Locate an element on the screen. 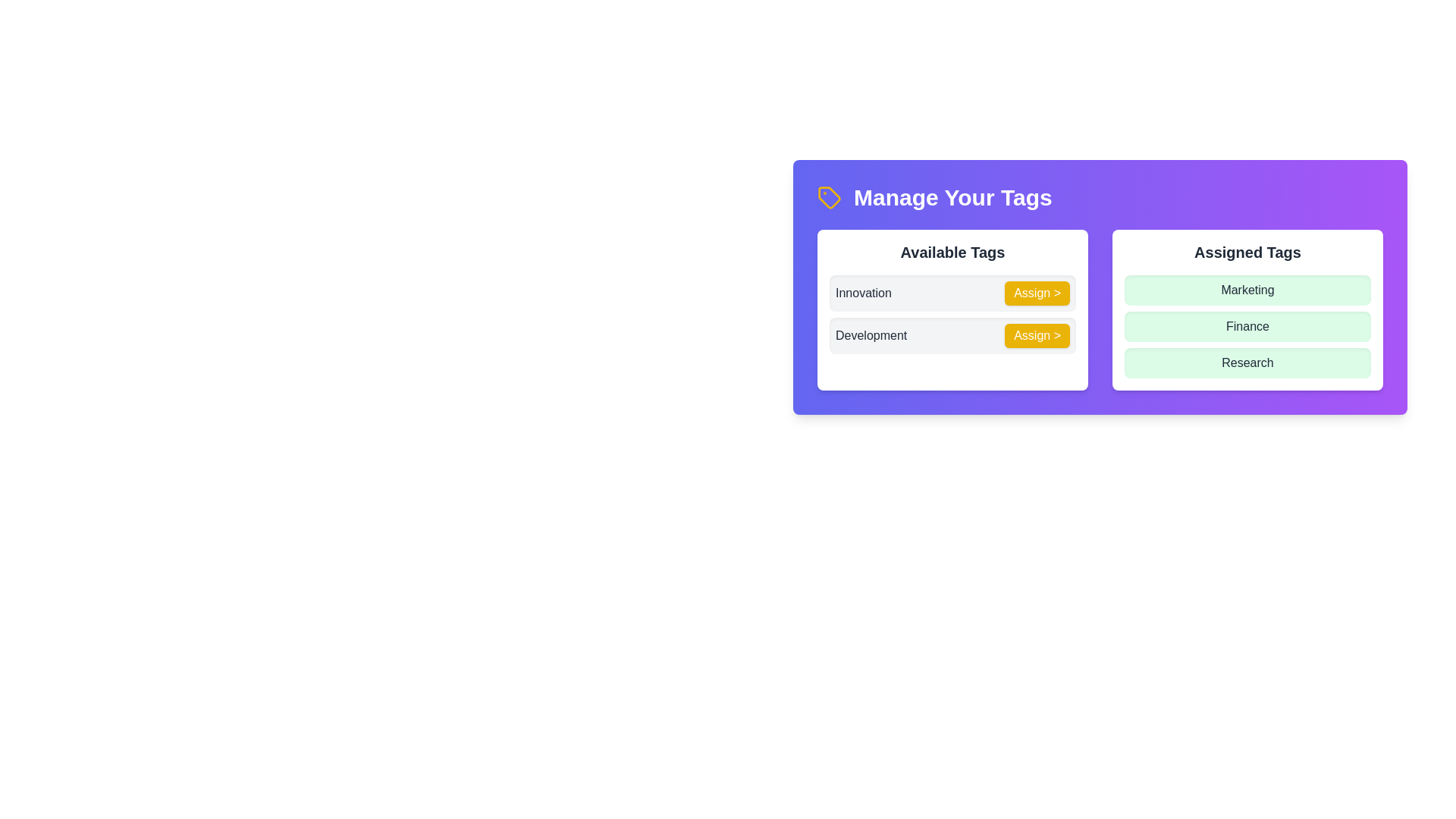 This screenshot has width=1456, height=819. the 'Finance' label, which is the second item in the 'Assigned Tags' section, displayed in medium font with a light green background and rounded corners is located at coordinates (1247, 326).